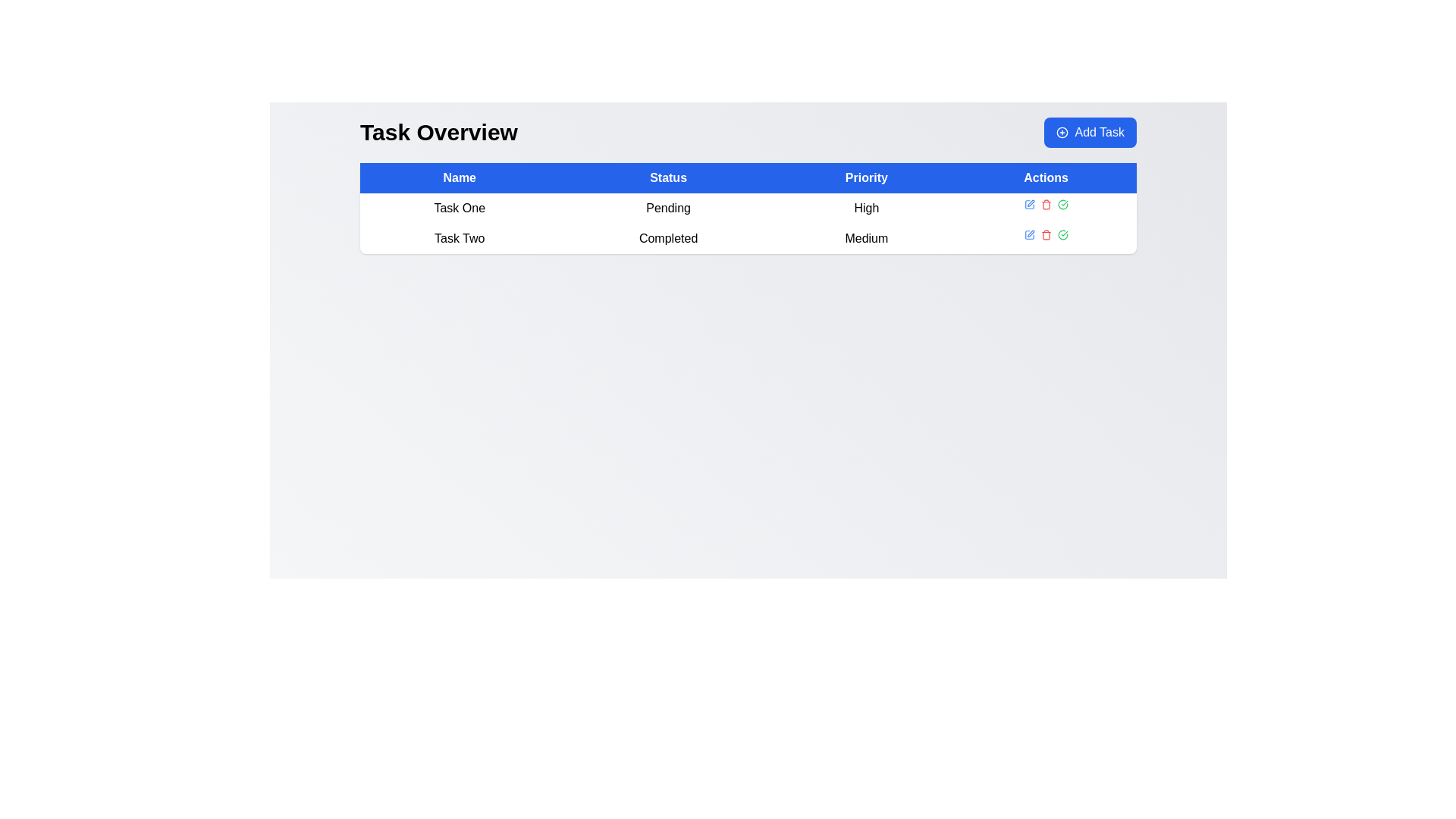 The height and width of the screenshot is (819, 1456). What do you see at coordinates (866, 239) in the screenshot?
I see `the static text label indicating the priority level of the corresponding task located in the second row of the table under the 'Priority' column` at bounding box center [866, 239].